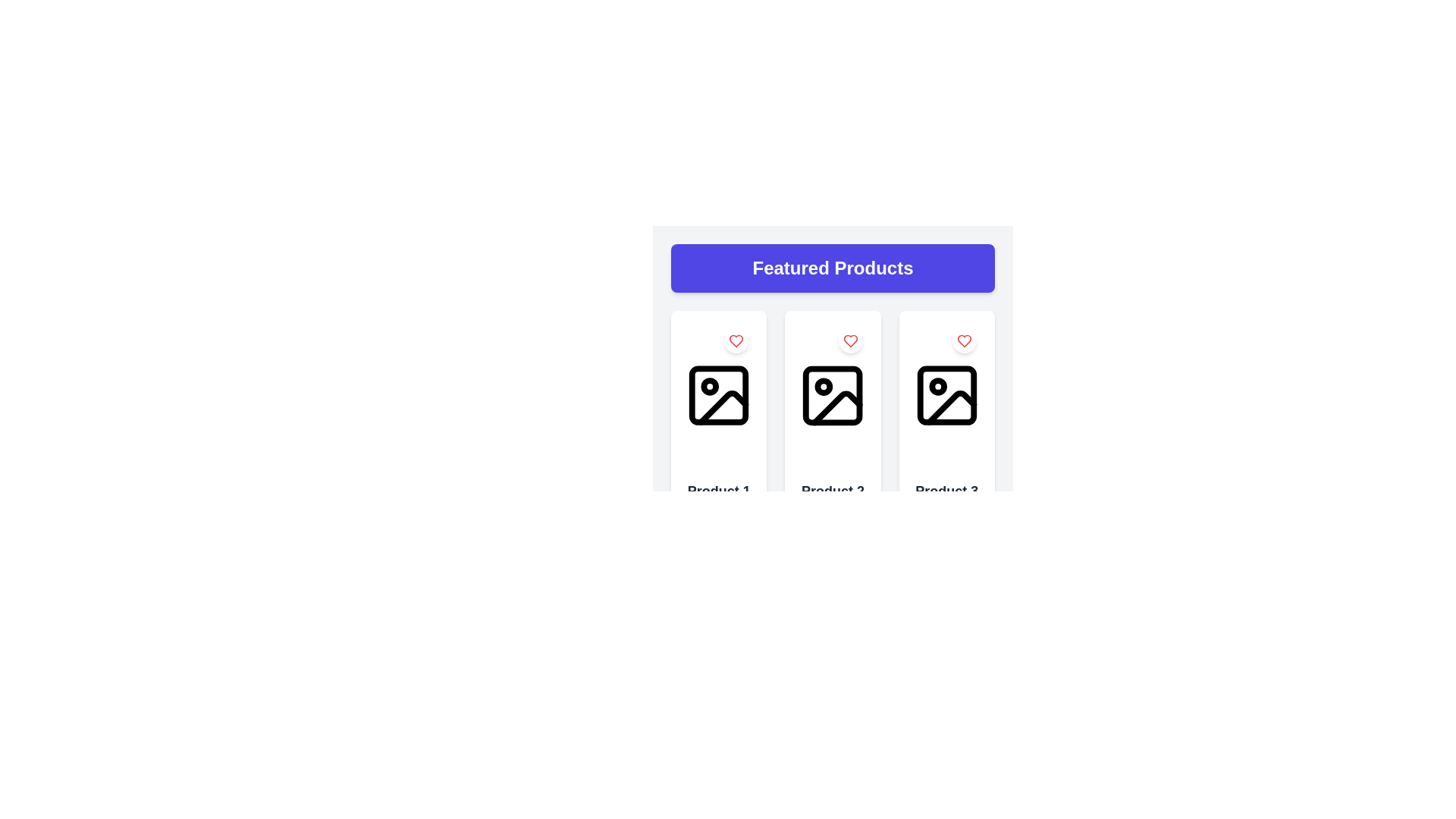 The image size is (1456, 819). Describe the element at coordinates (832, 268) in the screenshot. I see `text label titled 'Featured Products' located at the top center of a section with a purple rectangular background, above product cards` at that location.